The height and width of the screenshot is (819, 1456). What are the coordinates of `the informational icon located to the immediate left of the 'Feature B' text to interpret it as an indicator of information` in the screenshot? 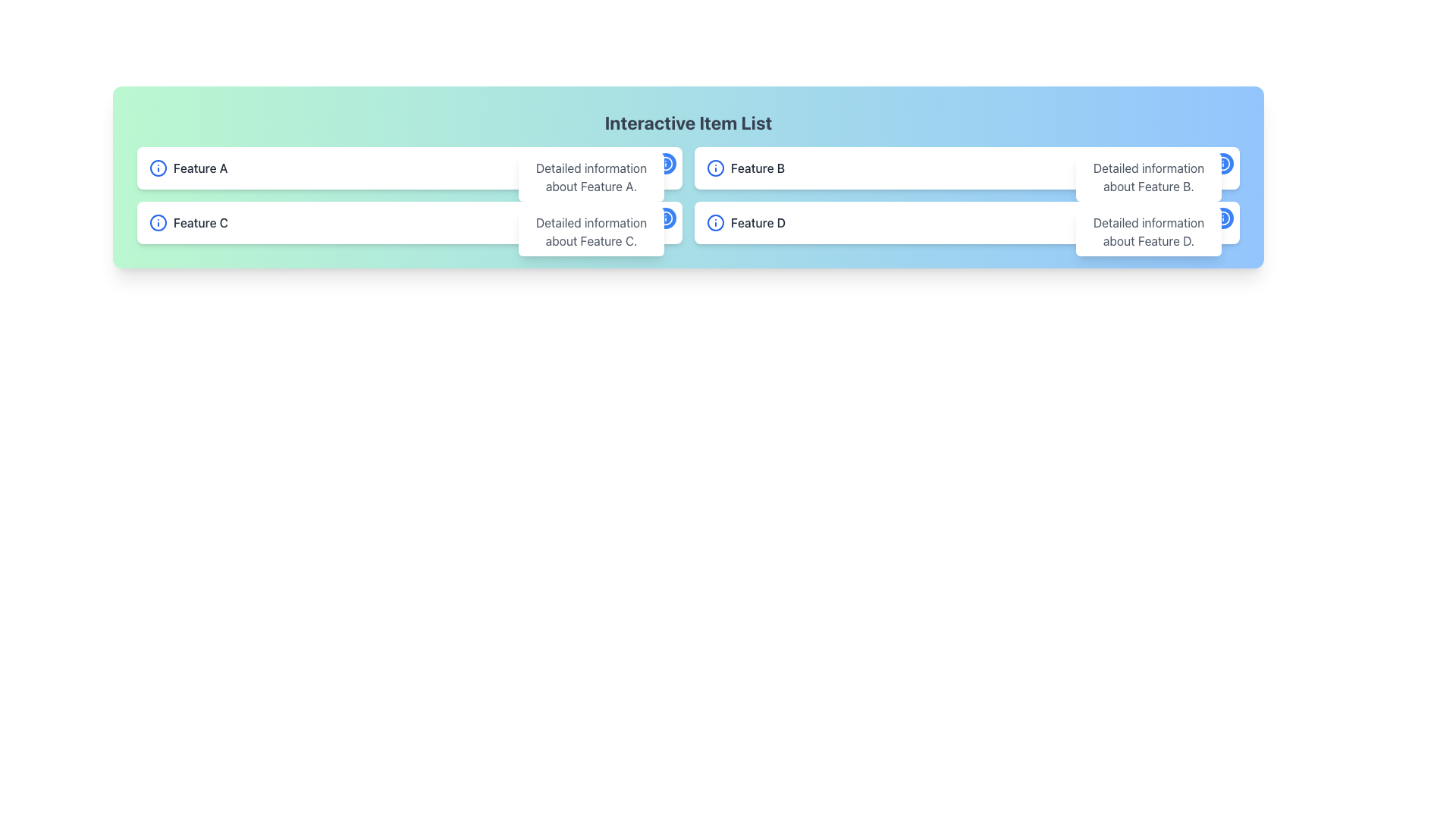 It's located at (715, 168).